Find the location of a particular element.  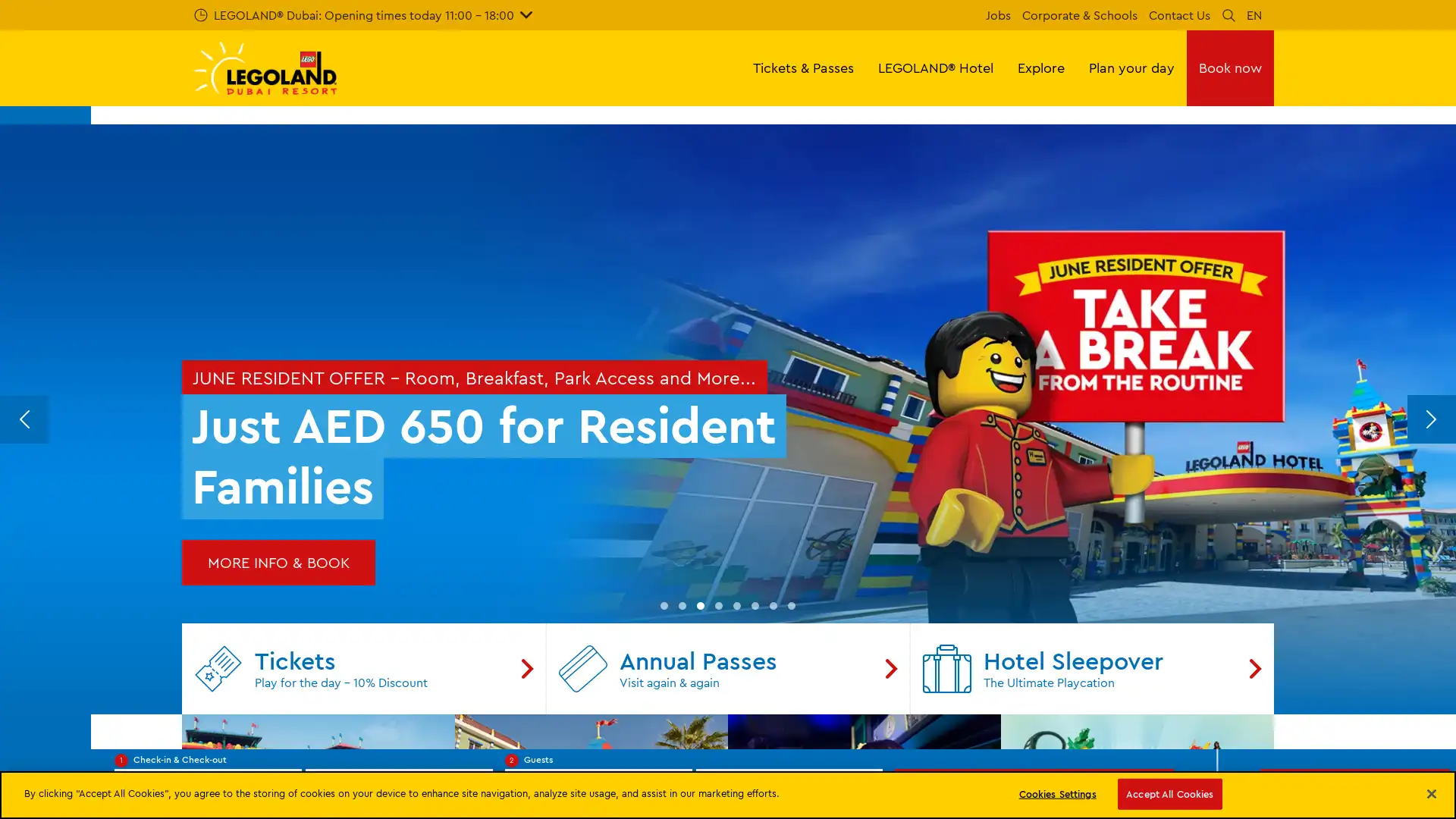

Tickets & Passes is located at coordinates (802, 67).